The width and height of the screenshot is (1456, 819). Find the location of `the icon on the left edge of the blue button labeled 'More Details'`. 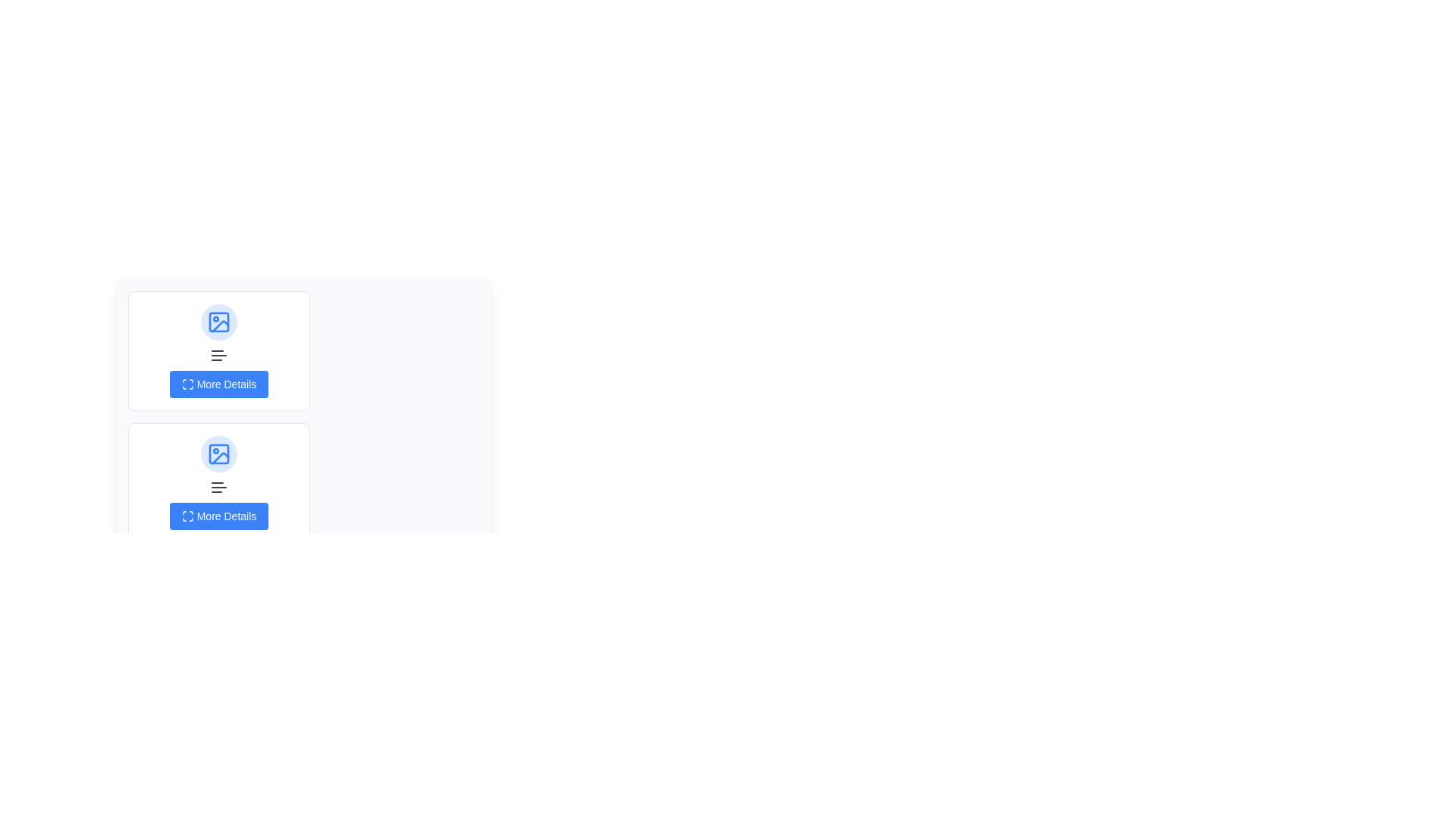

the icon on the left edge of the blue button labeled 'More Details' is located at coordinates (187, 516).